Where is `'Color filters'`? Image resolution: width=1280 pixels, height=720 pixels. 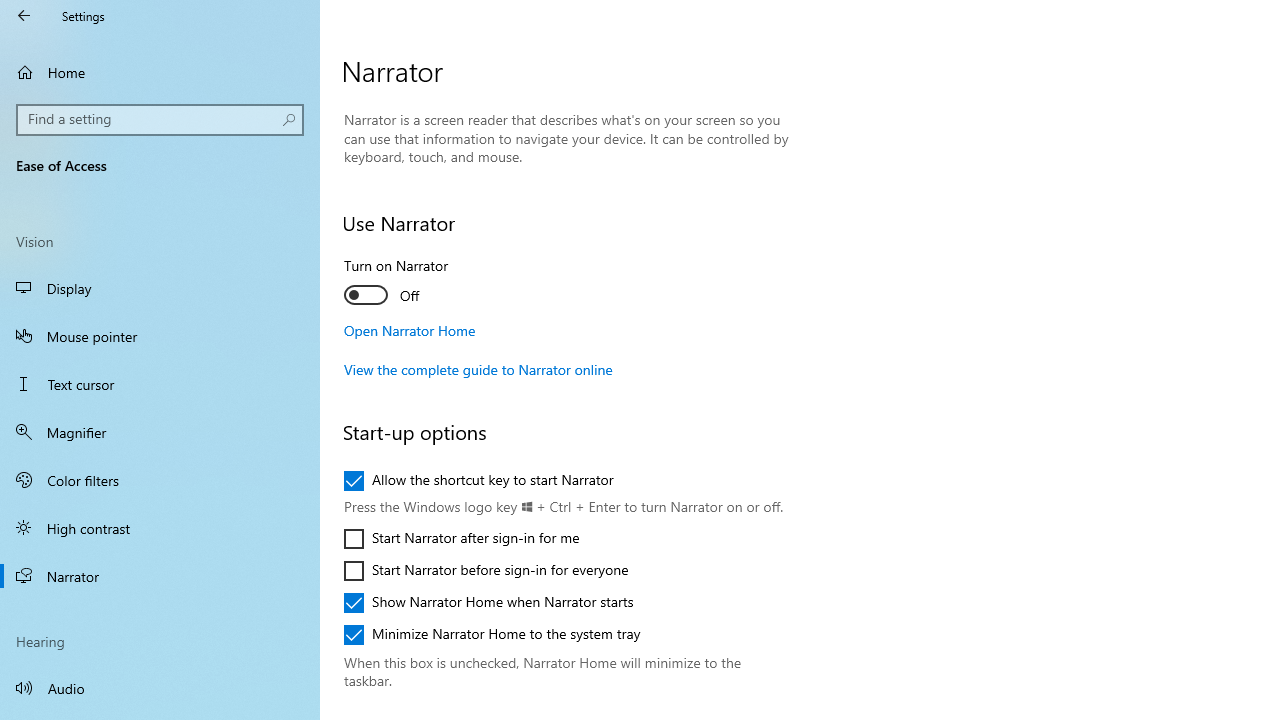
'Color filters' is located at coordinates (160, 479).